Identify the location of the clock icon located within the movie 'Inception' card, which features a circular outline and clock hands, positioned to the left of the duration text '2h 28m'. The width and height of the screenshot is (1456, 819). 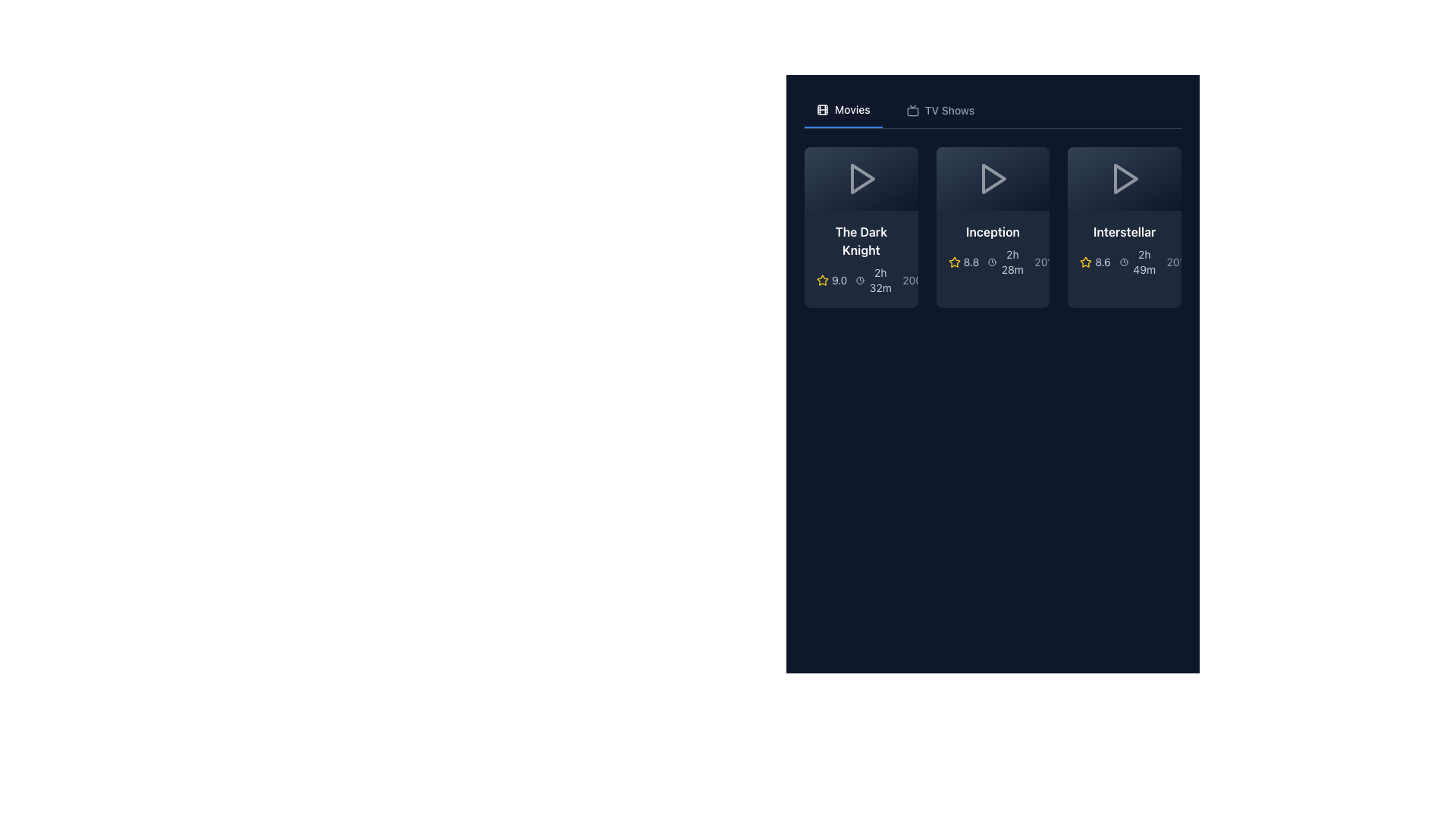
(992, 262).